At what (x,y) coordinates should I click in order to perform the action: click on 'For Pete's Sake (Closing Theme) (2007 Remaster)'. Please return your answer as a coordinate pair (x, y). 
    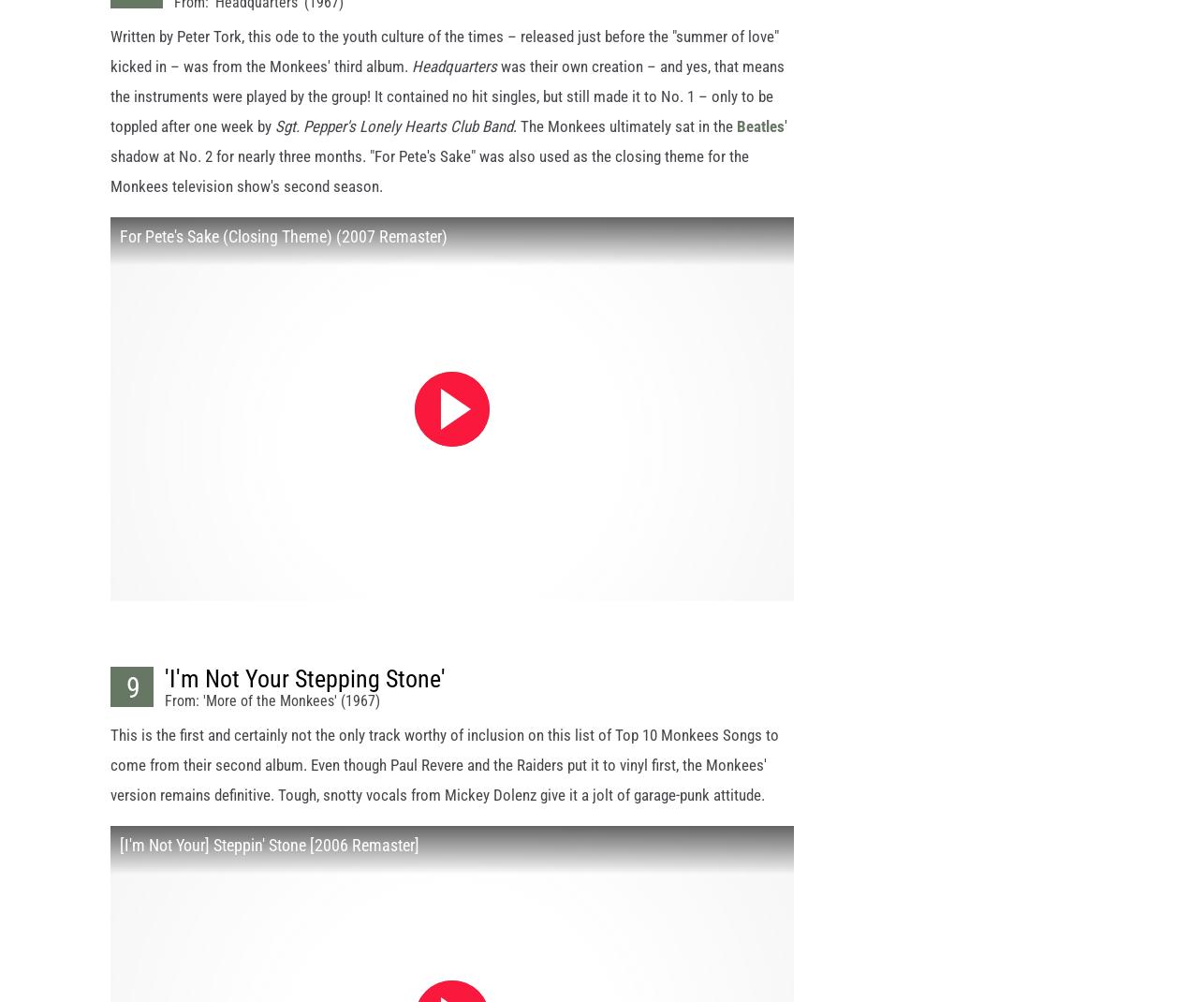
    Looking at the image, I should click on (283, 253).